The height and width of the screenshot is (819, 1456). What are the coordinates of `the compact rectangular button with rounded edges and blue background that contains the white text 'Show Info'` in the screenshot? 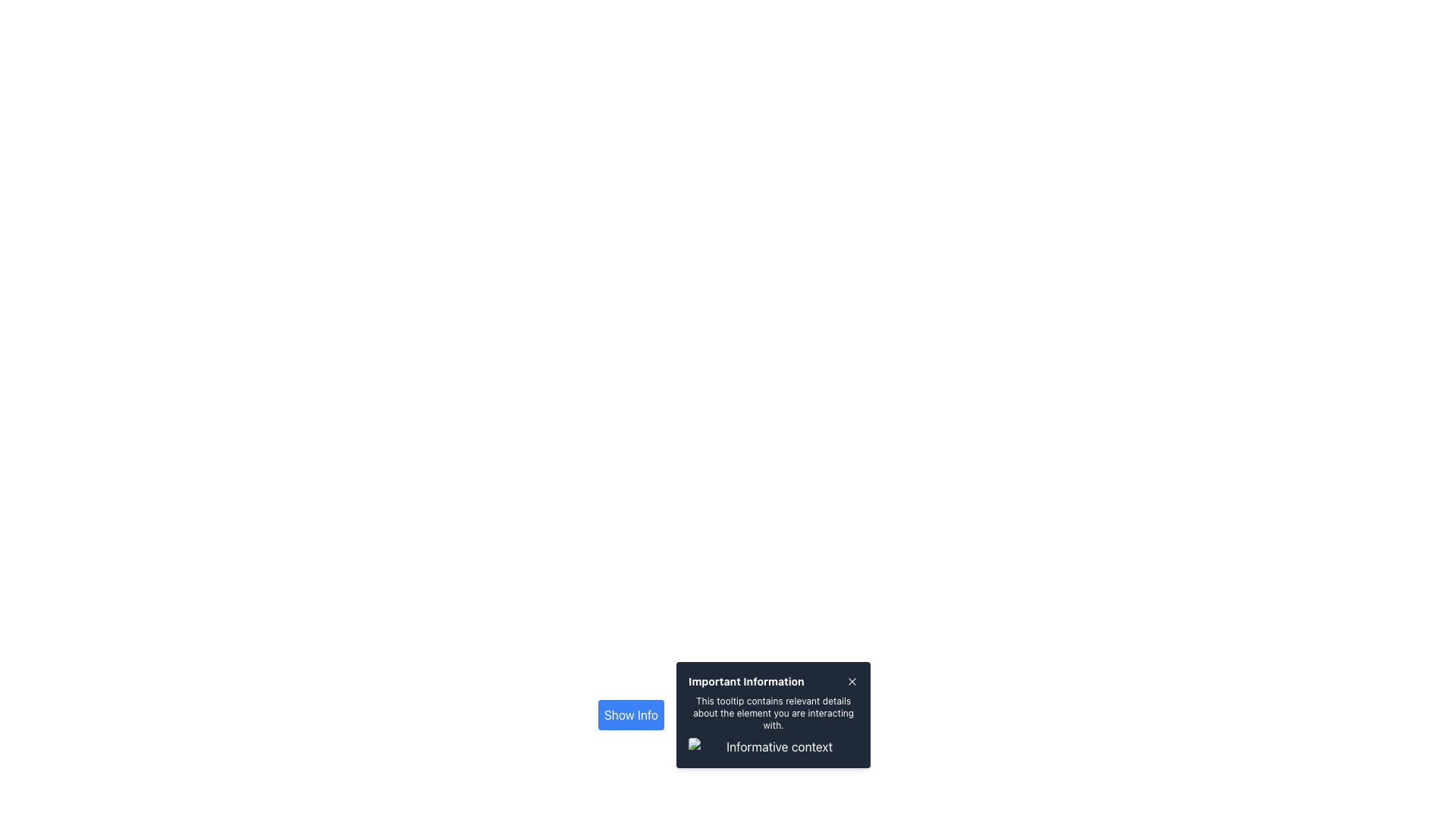 It's located at (631, 714).